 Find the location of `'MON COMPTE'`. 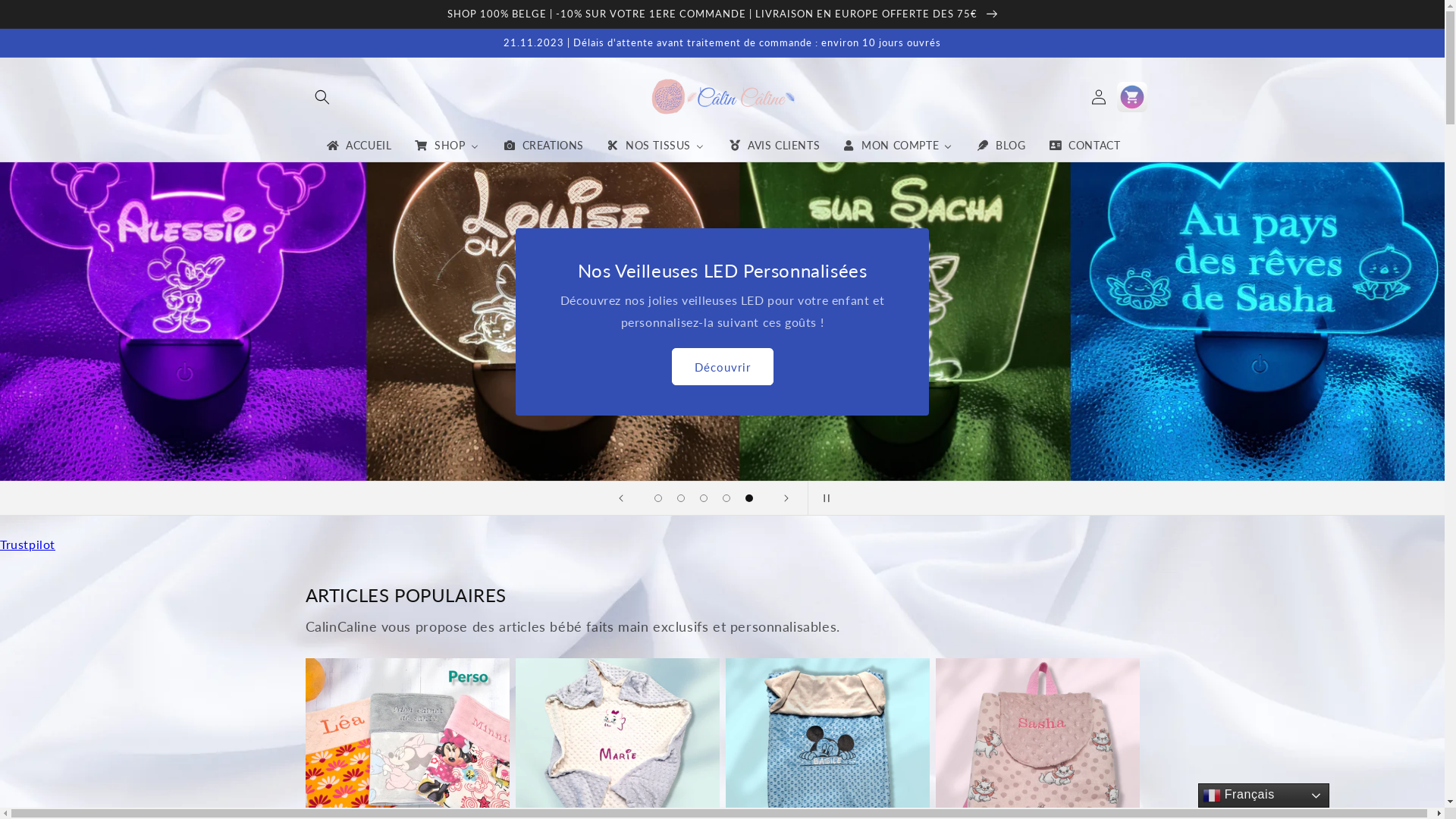

'MON COMPTE' is located at coordinates (897, 146).